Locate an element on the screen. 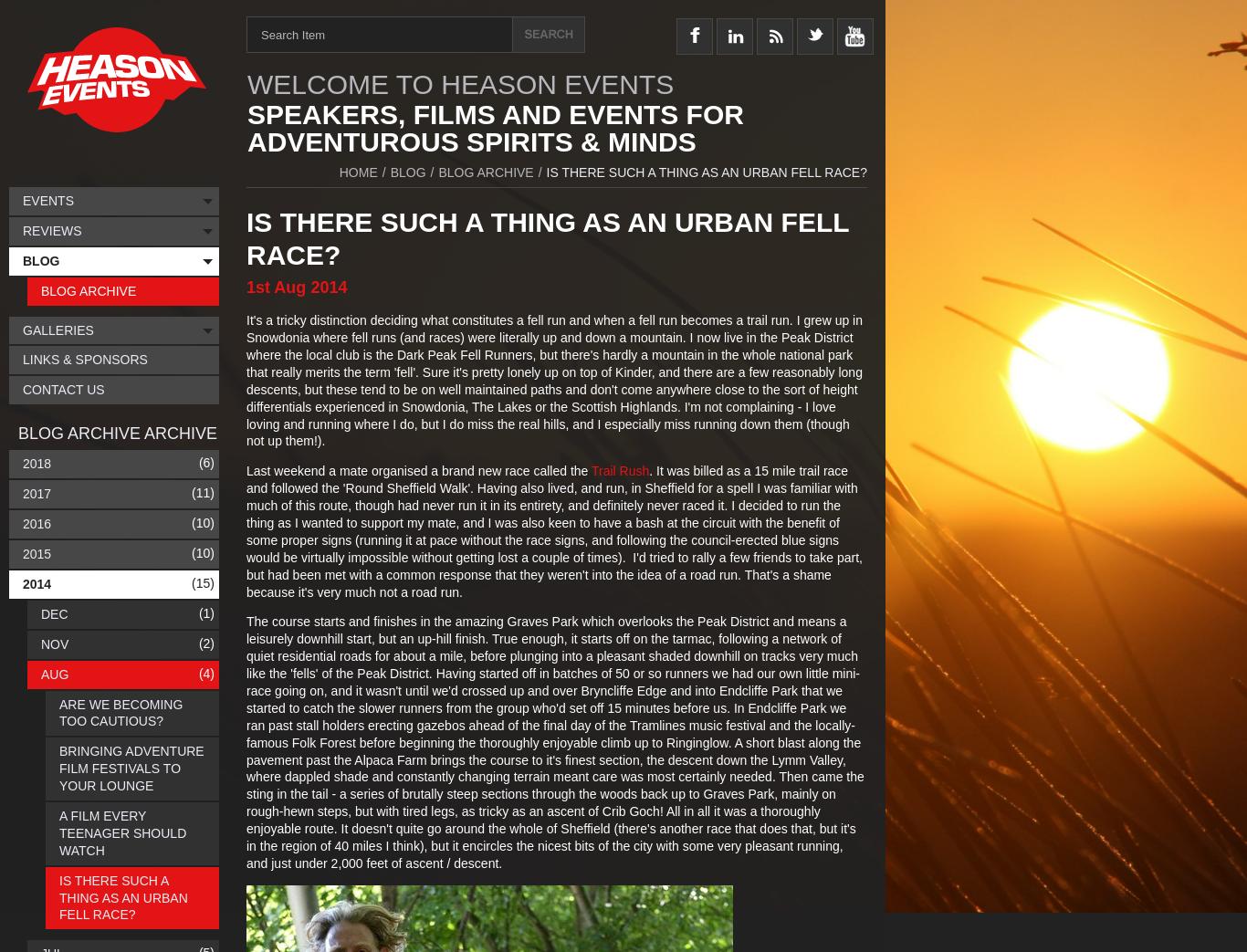  '2016' is located at coordinates (37, 523).